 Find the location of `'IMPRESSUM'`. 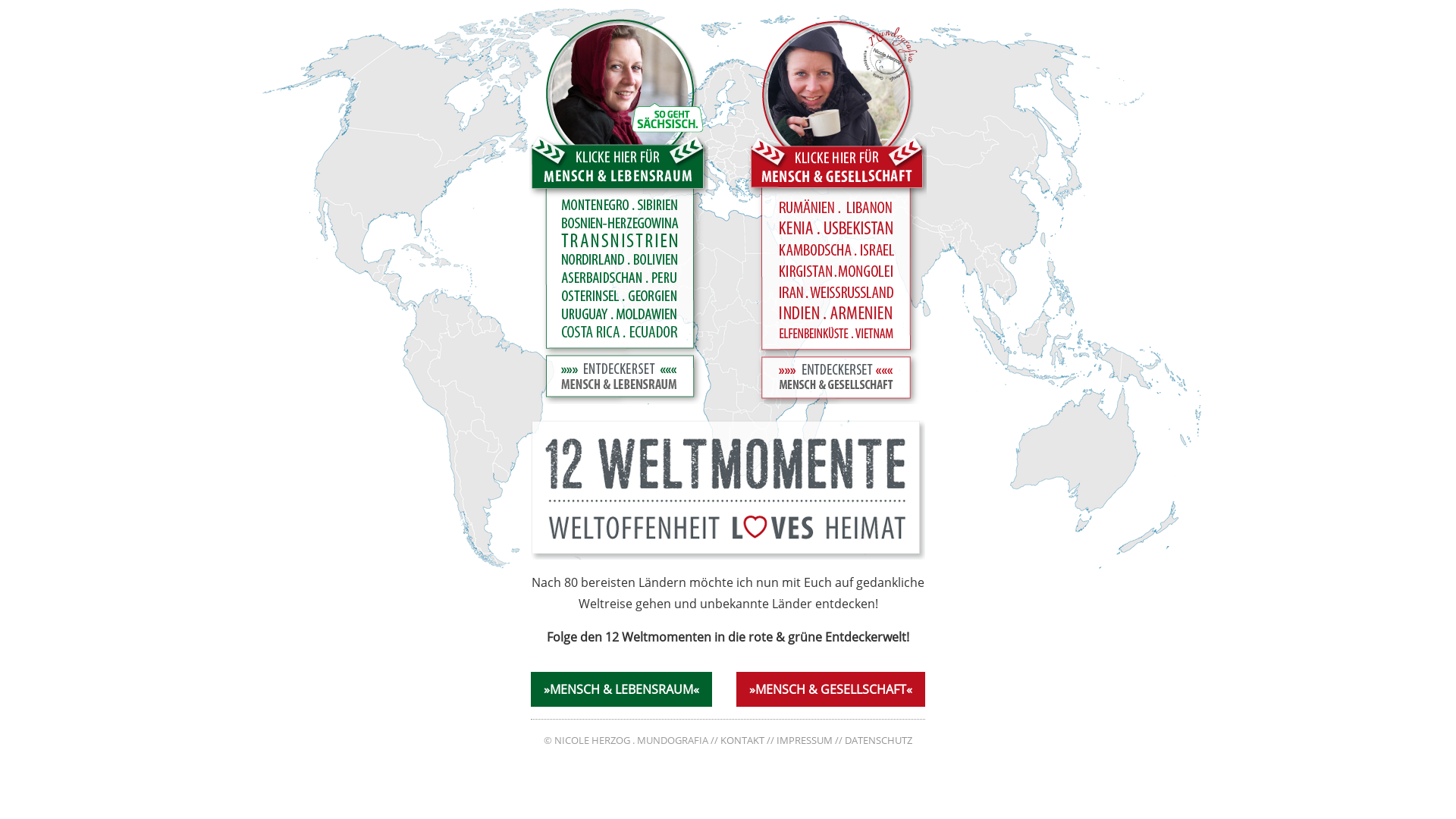

'IMPRESSUM' is located at coordinates (803, 739).